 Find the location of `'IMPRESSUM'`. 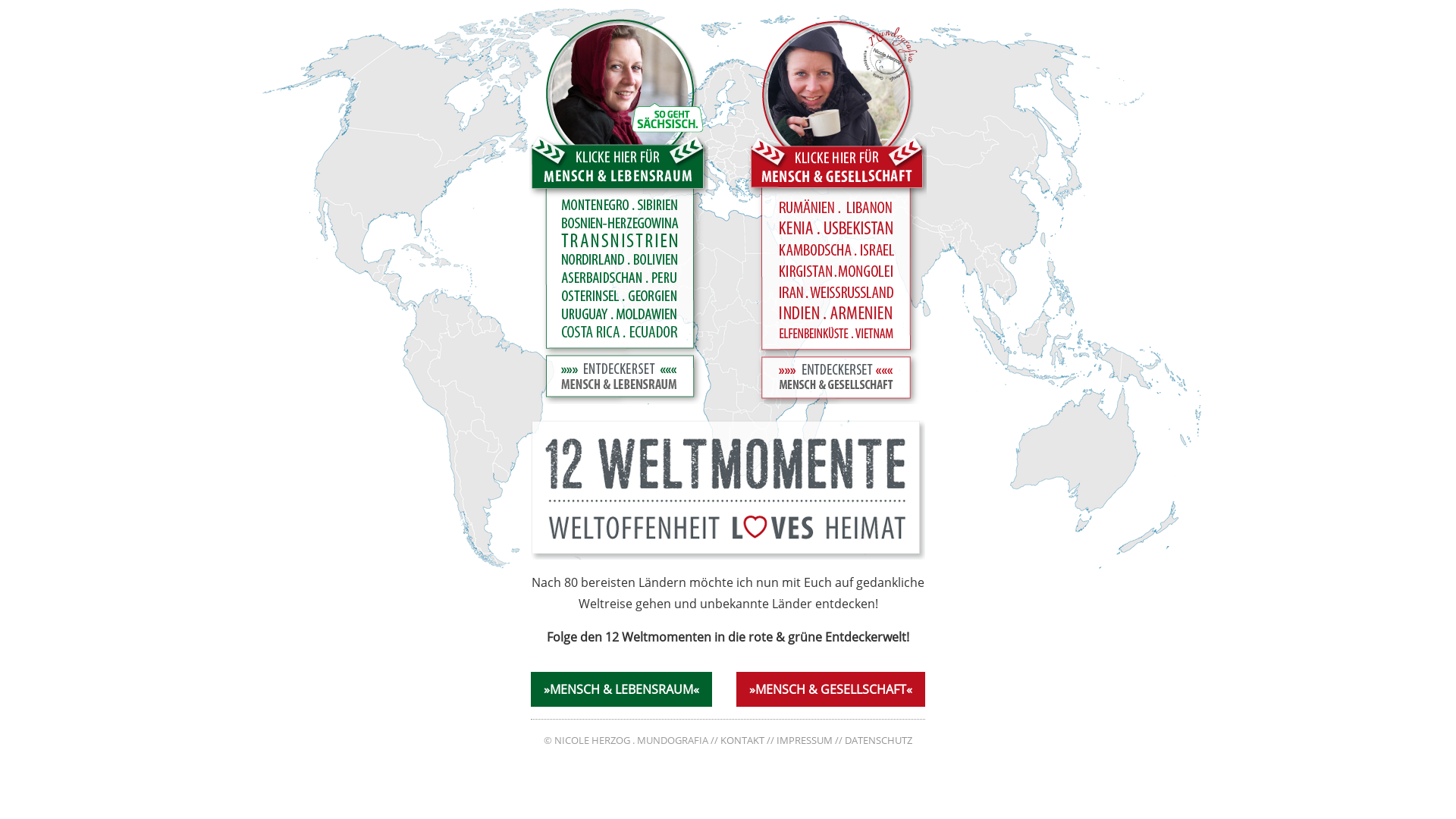

'IMPRESSUM' is located at coordinates (803, 739).